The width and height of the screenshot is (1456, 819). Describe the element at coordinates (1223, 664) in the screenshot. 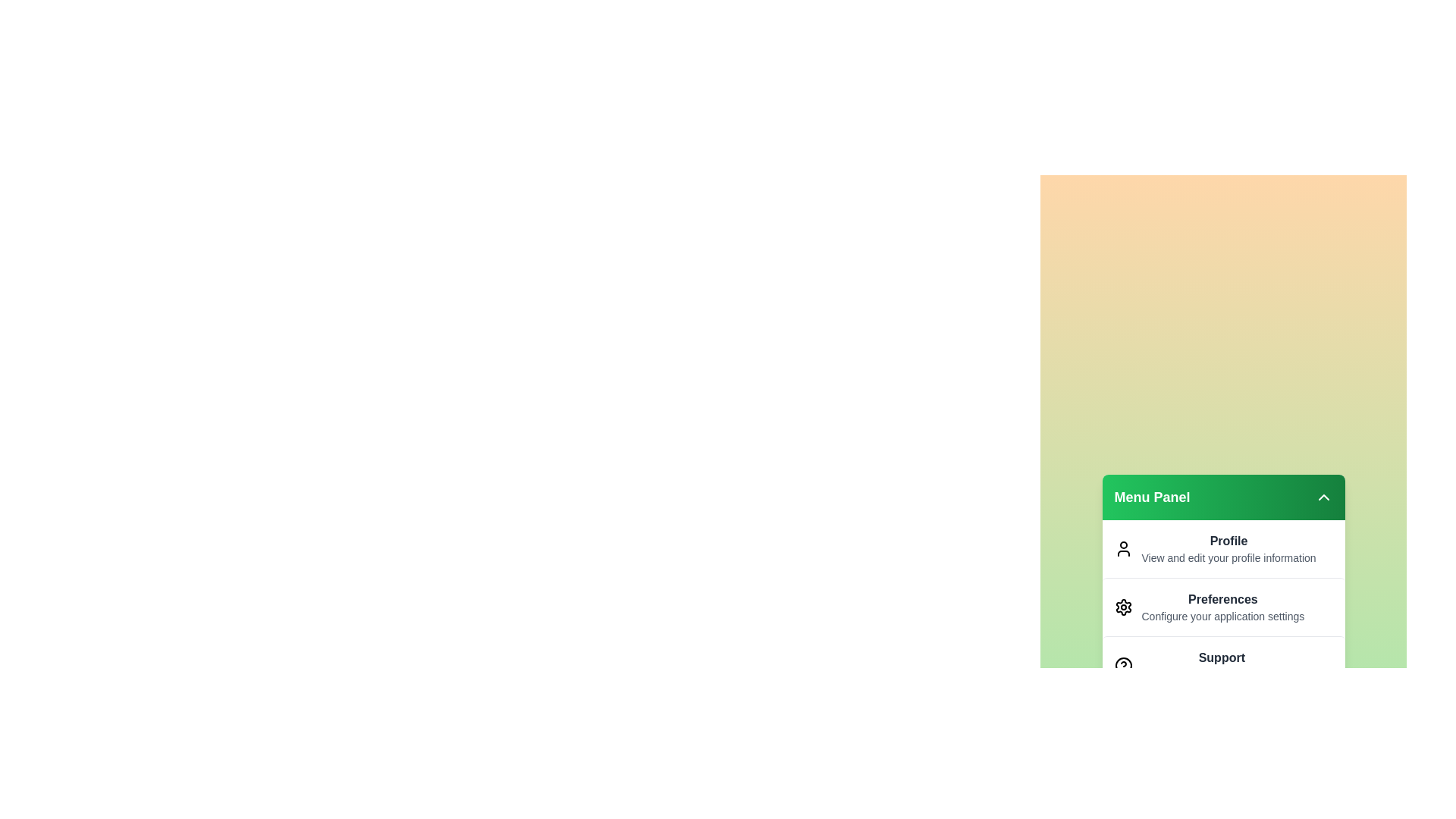

I see `the menu item Support` at that location.